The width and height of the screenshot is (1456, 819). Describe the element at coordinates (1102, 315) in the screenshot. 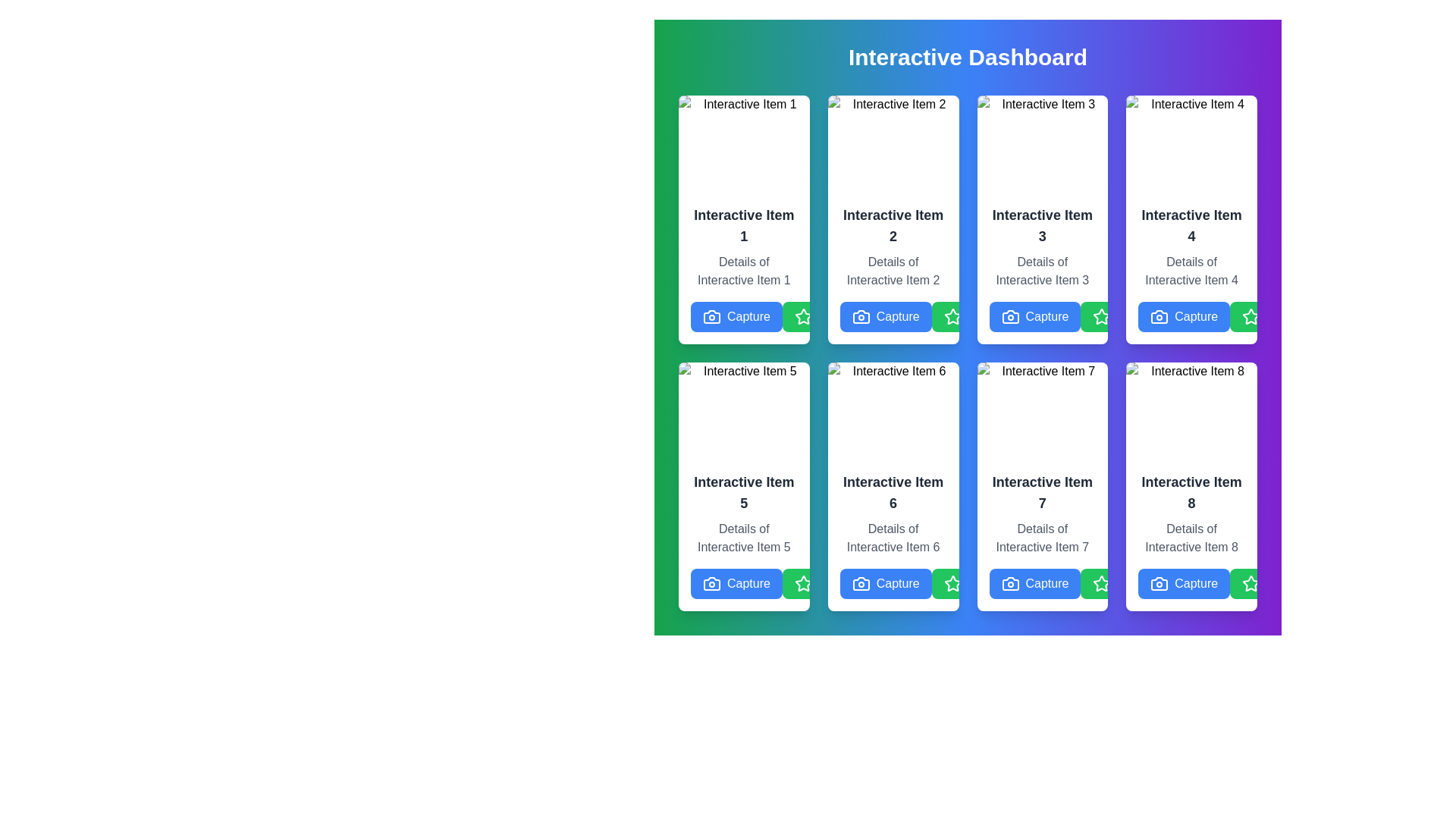

I see `the star icon with a green fill and white outline located to the left of the 'Favorite' button to mark the item as a favorite` at that location.